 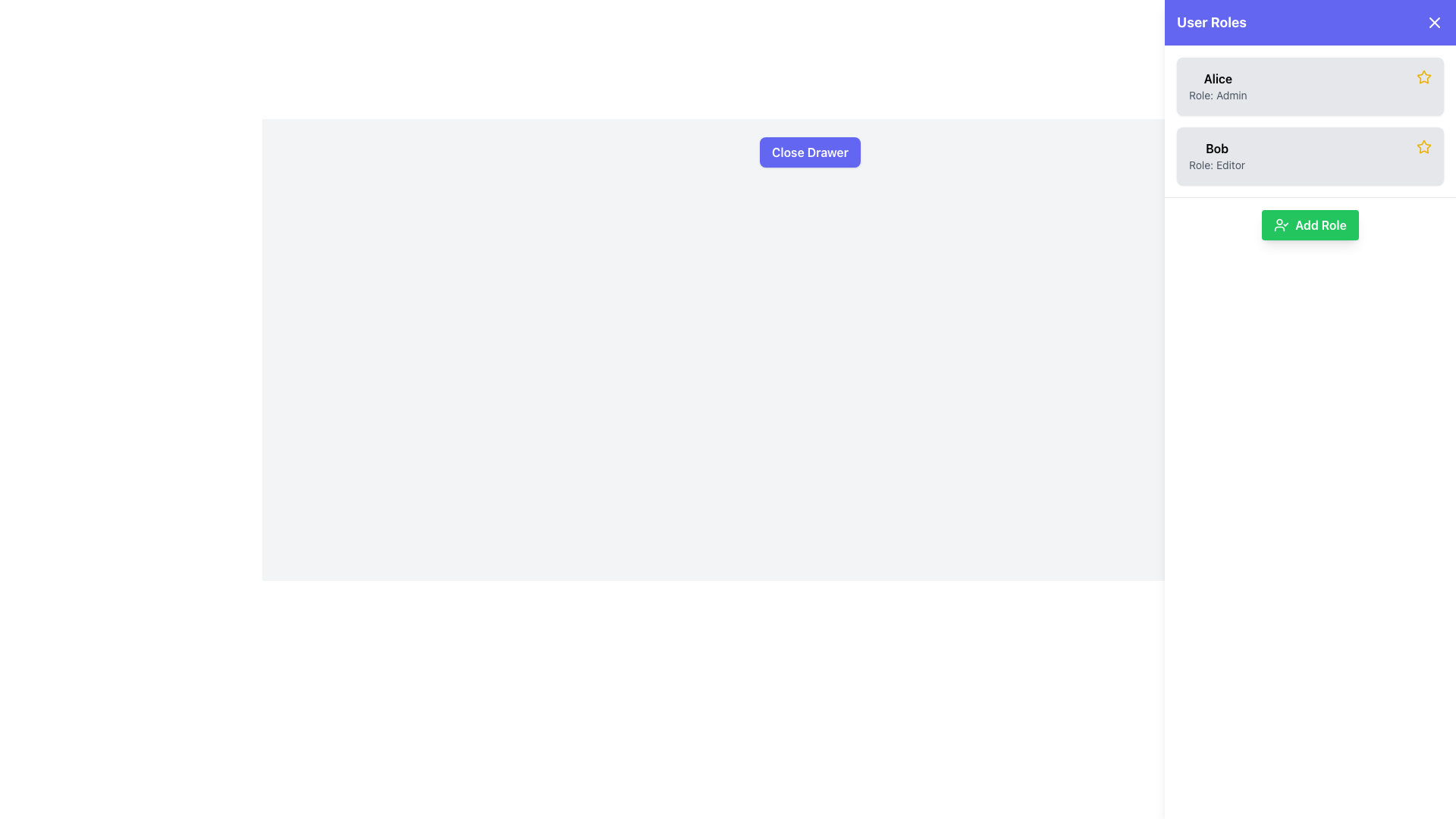 What do you see at coordinates (1423, 146) in the screenshot?
I see `the star icon located at the top-right corner of Bob's user card` at bounding box center [1423, 146].